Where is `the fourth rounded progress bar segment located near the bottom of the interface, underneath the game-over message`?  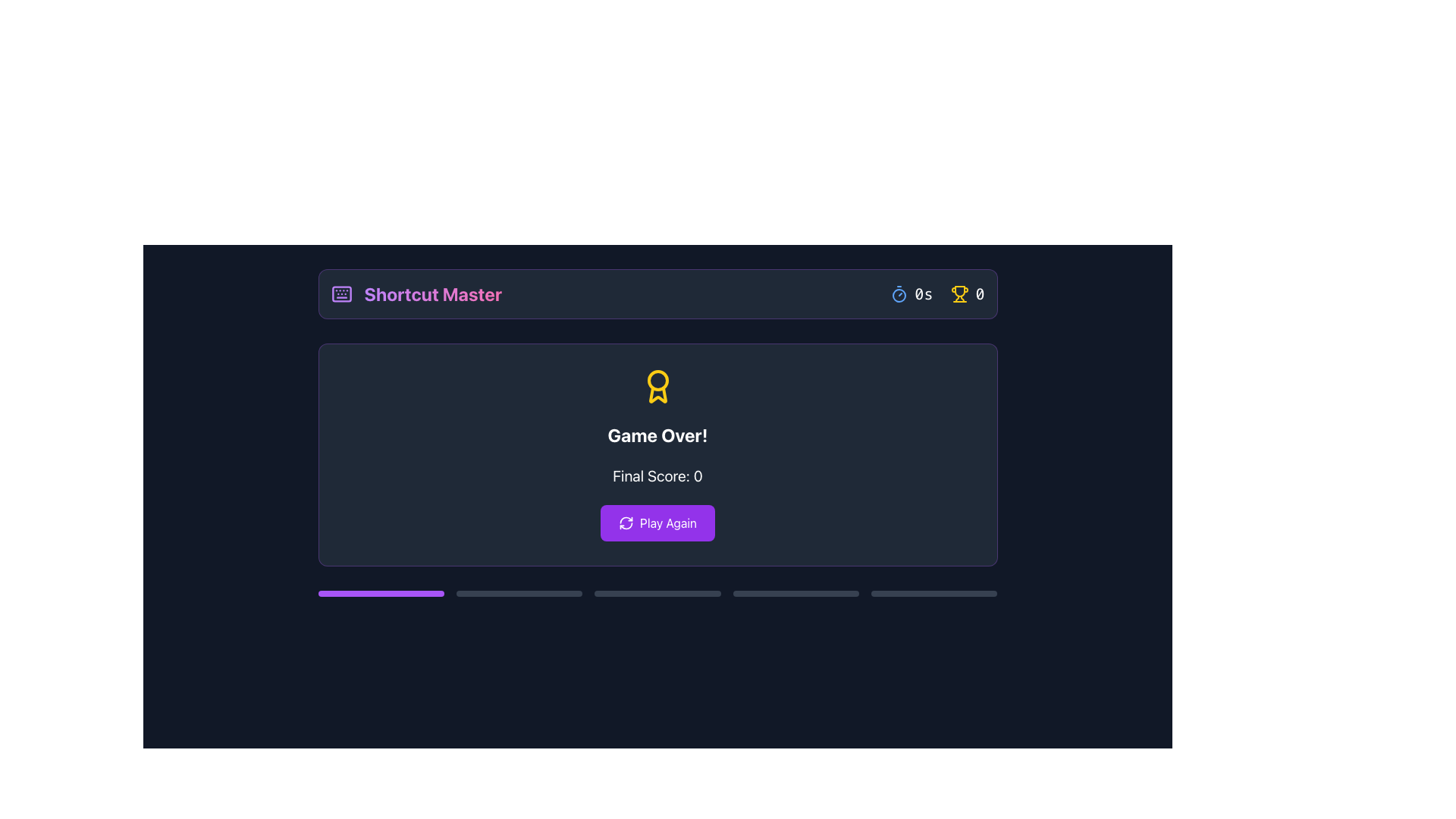
the fourth rounded progress bar segment located near the bottom of the interface, underneath the game-over message is located at coordinates (795, 593).